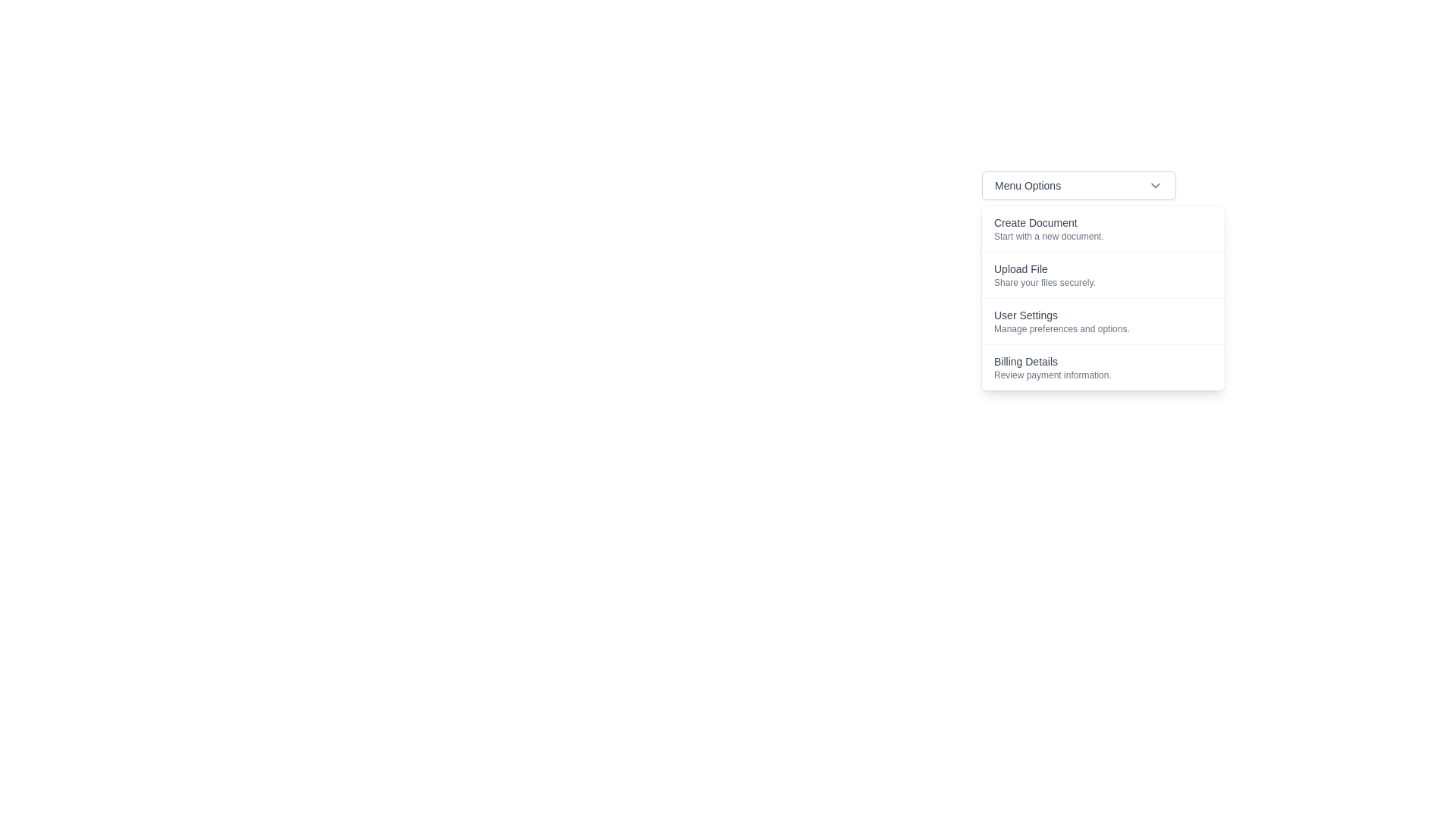 This screenshot has width=1456, height=819. Describe the element at coordinates (1103, 298) in the screenshot. I see `the second item in the dropdown menu, which is styled with a white background, soft shadows, and rounded corners, positioned between 'Create Document' and 'User Settings'` at that location.